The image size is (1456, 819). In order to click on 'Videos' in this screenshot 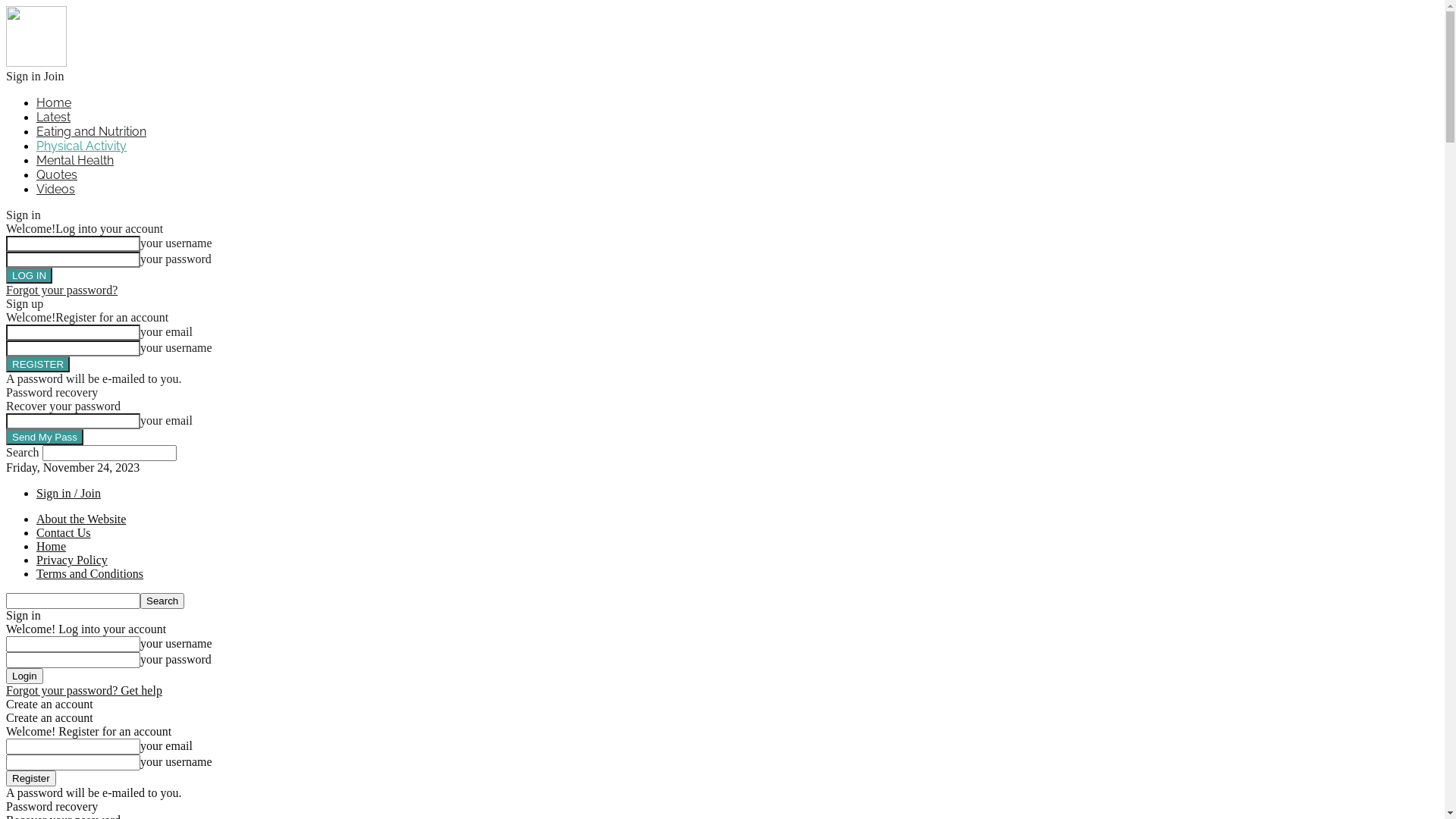, I will do `click(55, 188)`.